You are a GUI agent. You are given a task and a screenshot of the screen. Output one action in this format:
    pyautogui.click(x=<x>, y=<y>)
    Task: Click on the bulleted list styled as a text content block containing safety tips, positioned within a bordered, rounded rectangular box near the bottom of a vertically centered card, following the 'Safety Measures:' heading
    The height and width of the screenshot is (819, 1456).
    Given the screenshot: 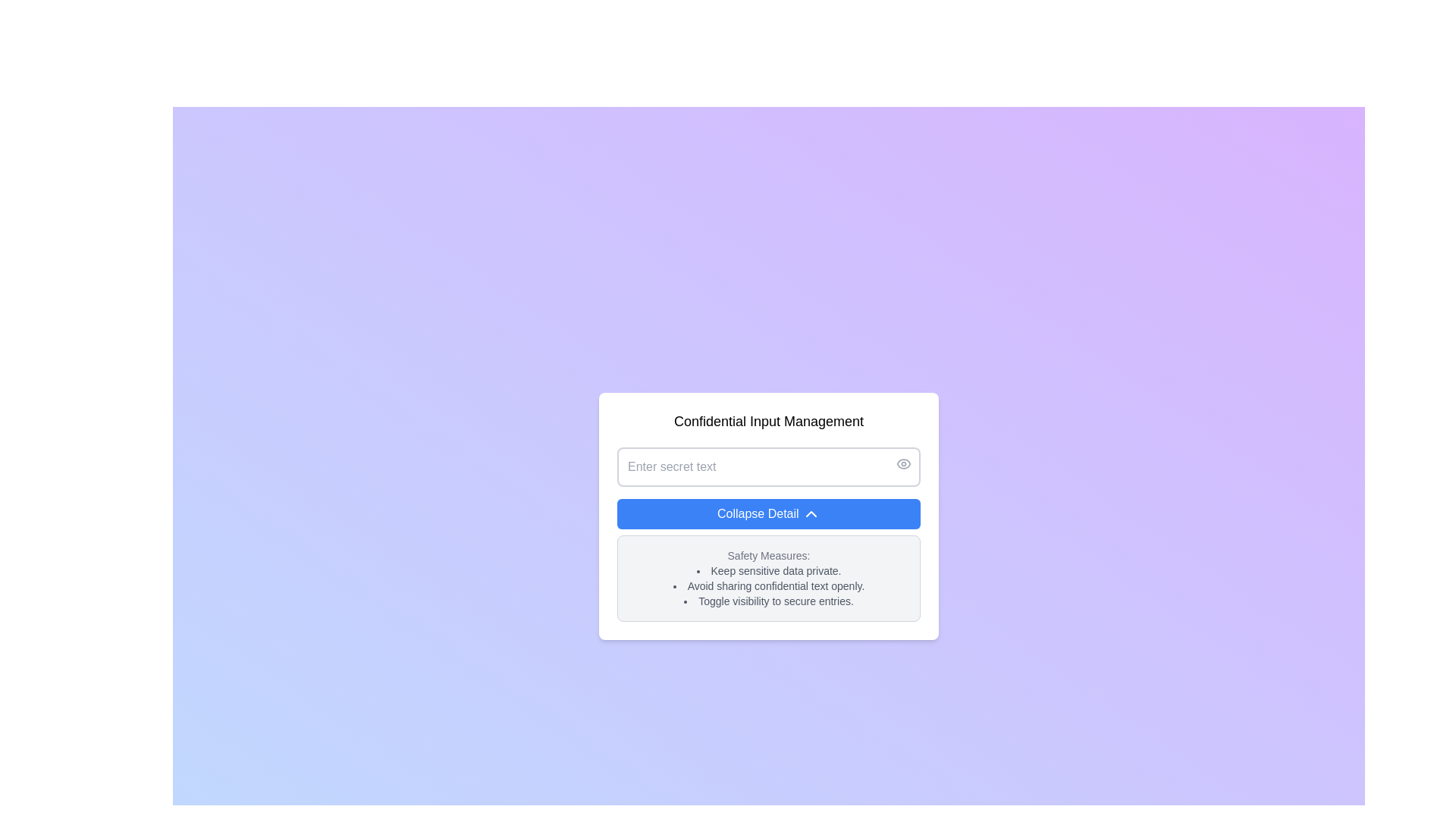 What is the action you would take?
    pyautogui.click(x=768, y=585)
    